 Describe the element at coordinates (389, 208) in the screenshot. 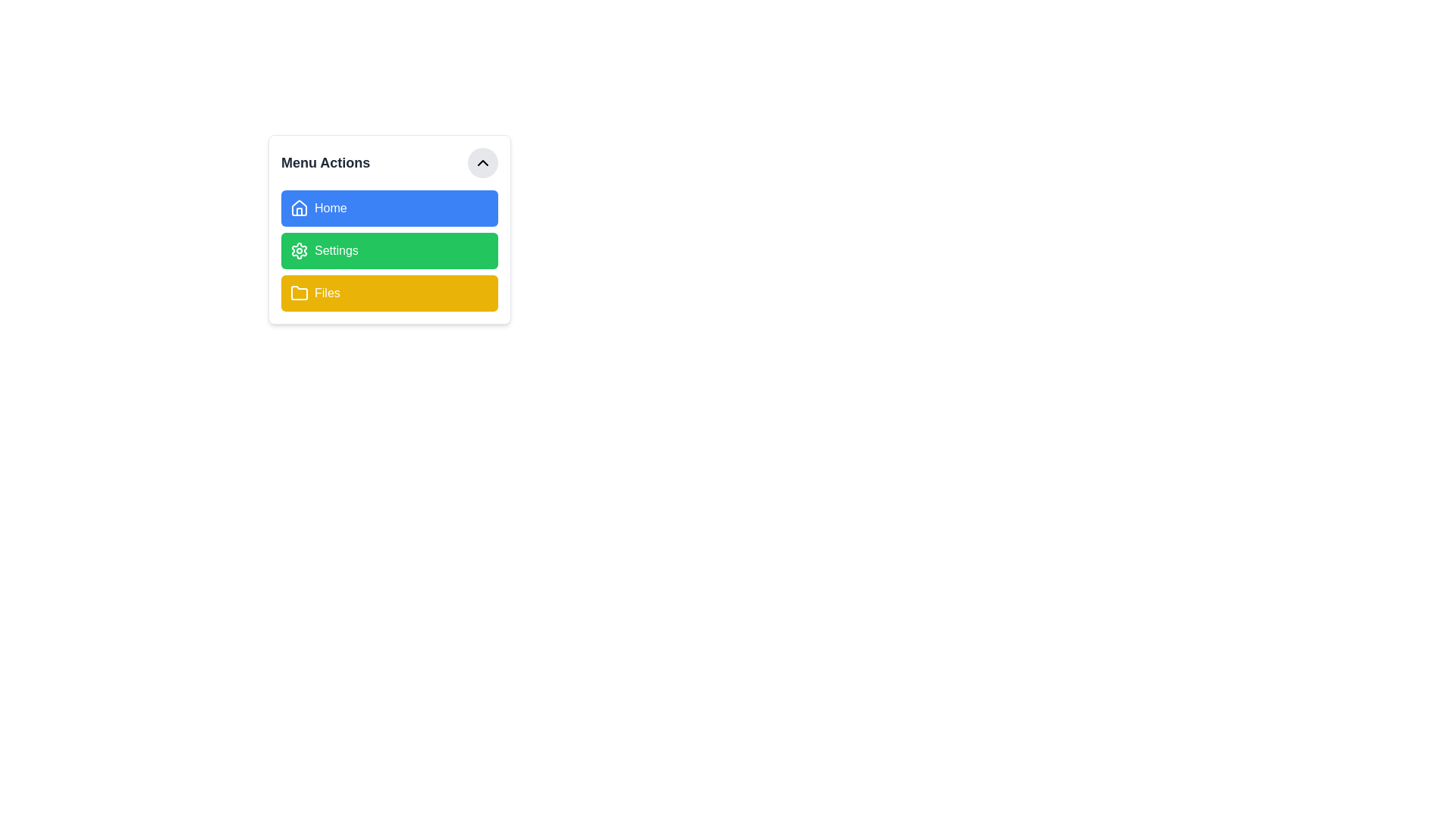

I see `the 'Home' button located in the vertical menu under 'Menu Actions'` at that location.